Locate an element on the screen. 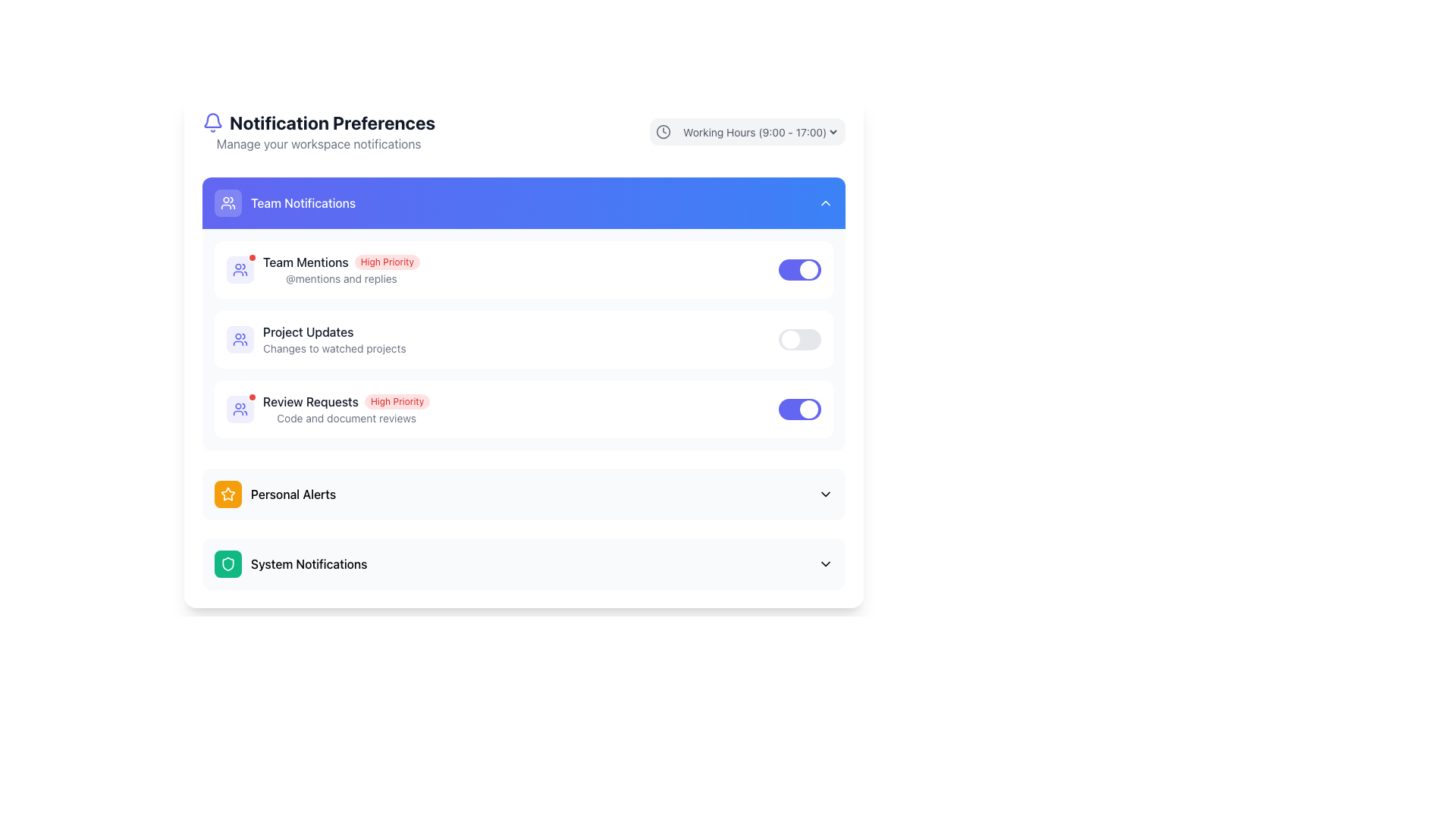 This screenshot has height=819, width=1456. the toggle icon located on the far right side of the 'Personal Alerts' section header is located at coordinates (825, 494).